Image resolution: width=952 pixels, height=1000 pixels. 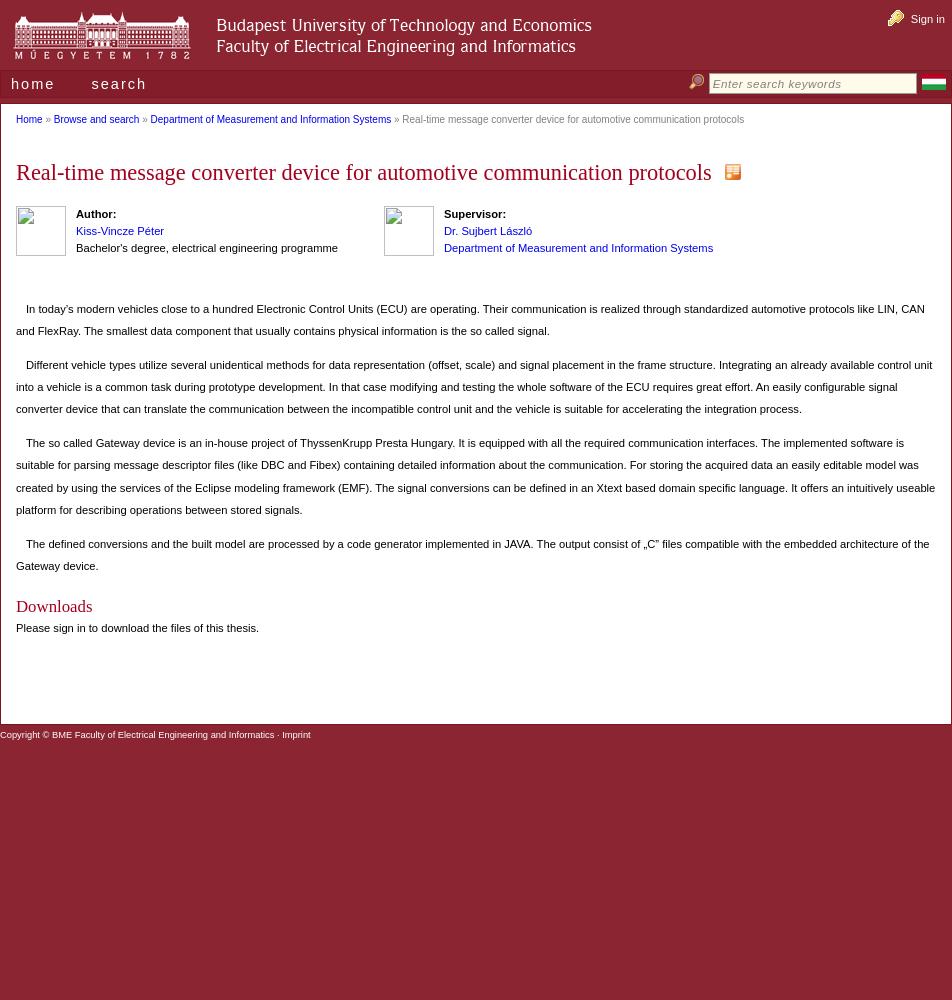 What do you see at coordinates (910, 19) in the screenshot?
I see `'Sign in'` at bounding box center [910, 19].